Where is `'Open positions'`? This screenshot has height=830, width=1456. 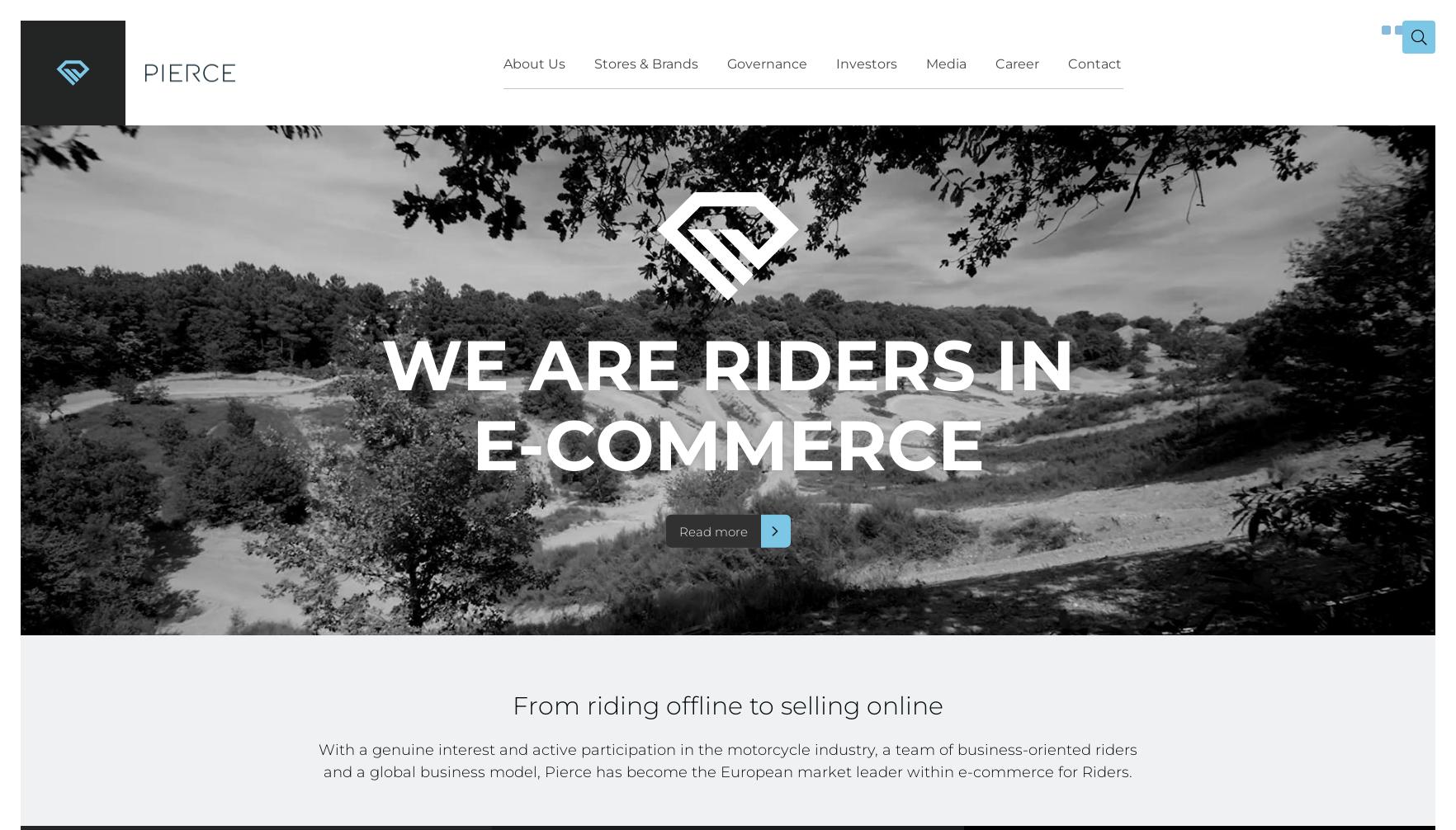
'Open positions' is located at coordinates (886, 173).